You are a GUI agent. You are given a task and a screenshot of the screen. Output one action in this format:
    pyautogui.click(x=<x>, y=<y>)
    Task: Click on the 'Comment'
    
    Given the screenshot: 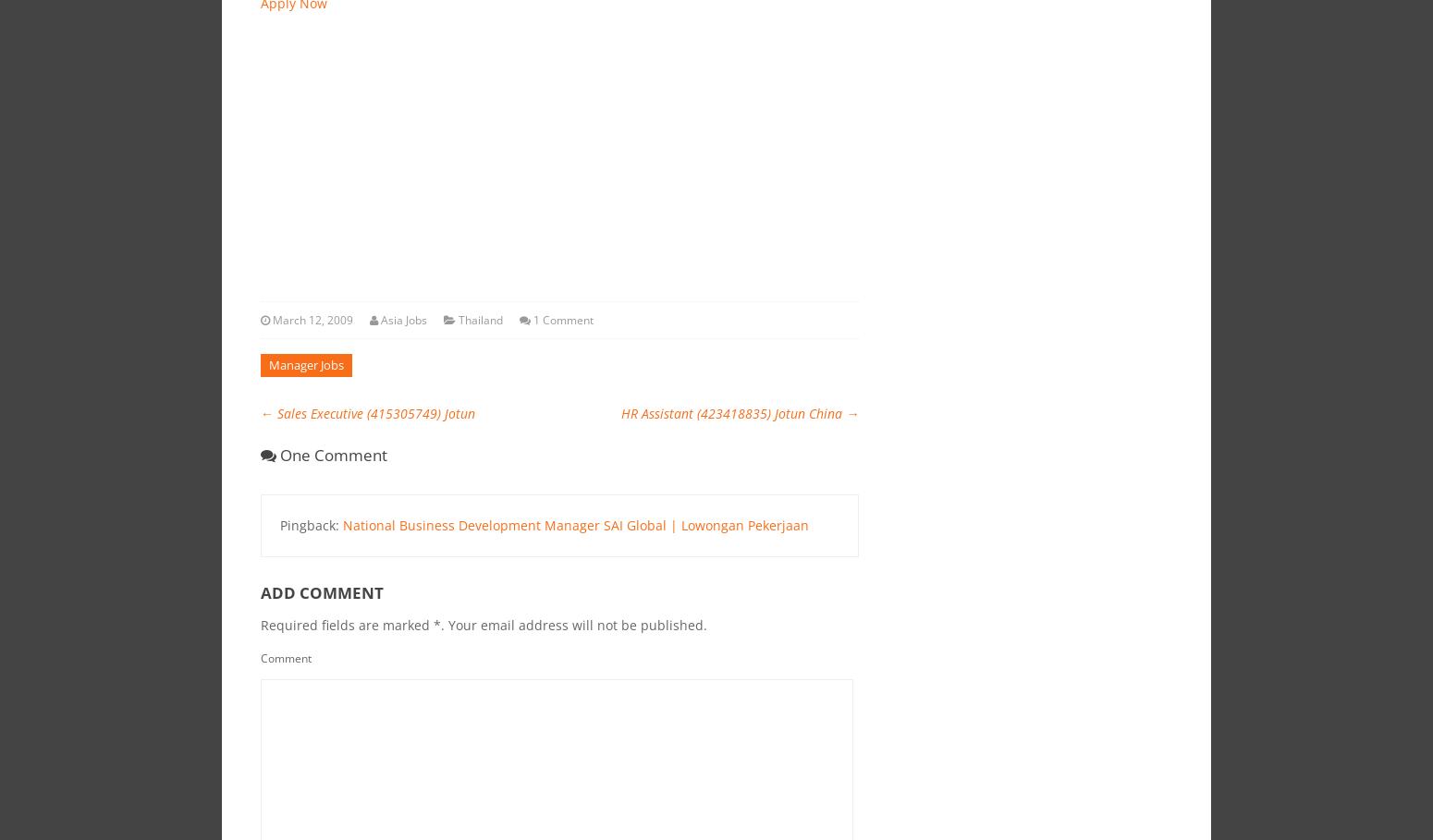 What is the action you would take?
    pyautogui.click(x=285, y=656)
    